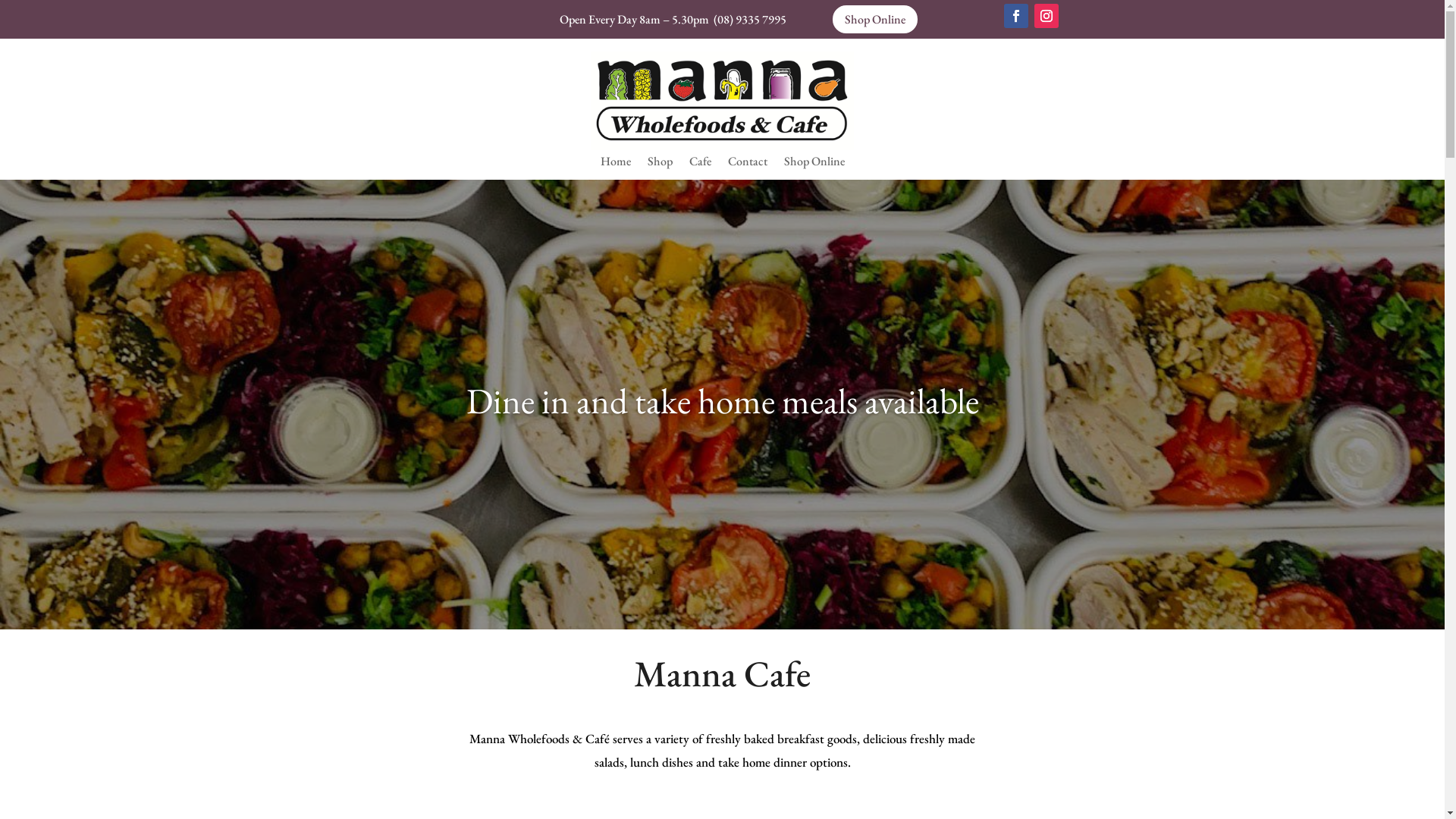 This screenshot has height=819, width=1456. Describe the element at coordinates (747, 164) in the screenshot. I see `'Contact'` at that location.